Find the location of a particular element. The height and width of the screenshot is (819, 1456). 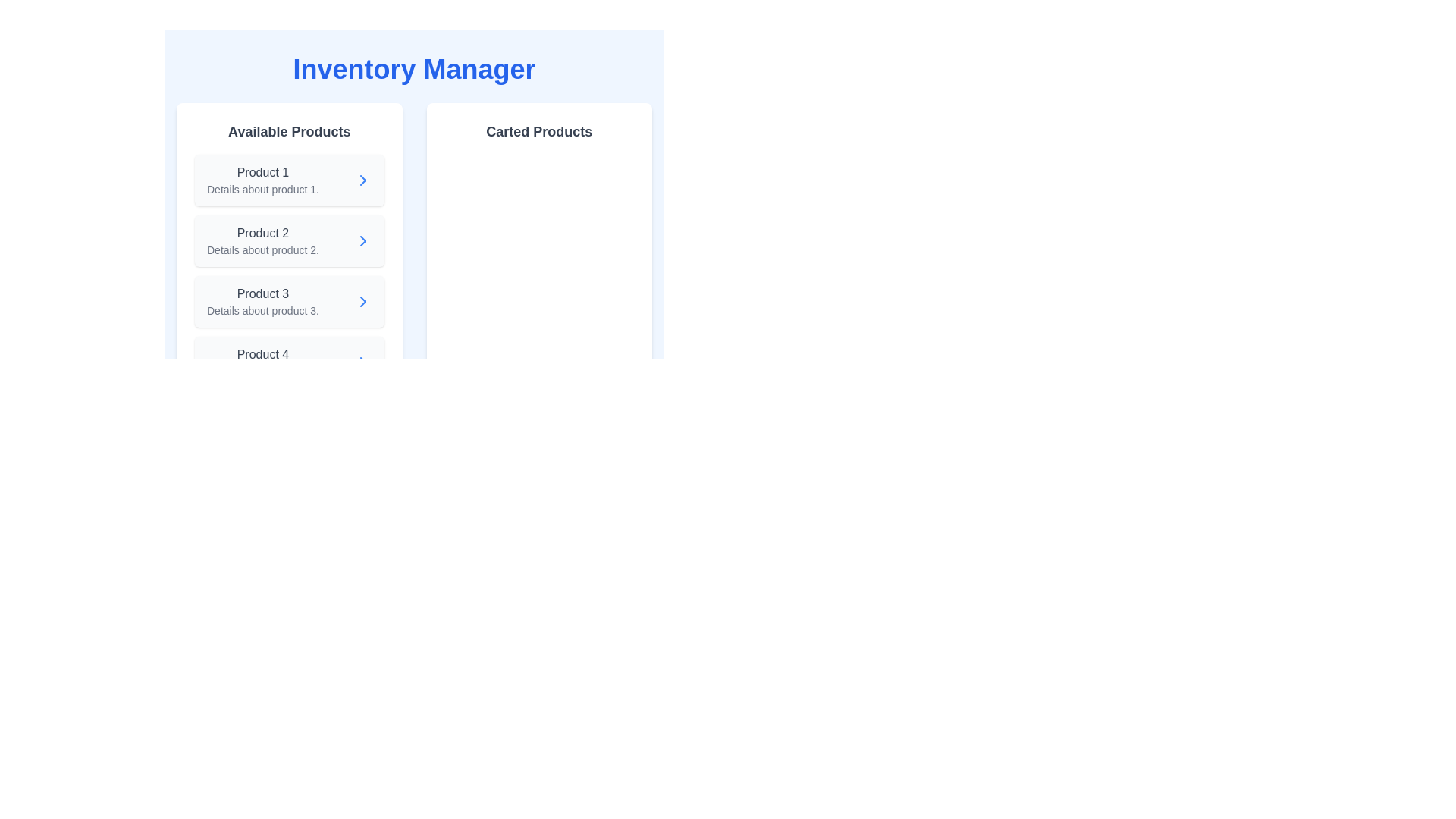

the text label displaying 'Product 2', which is styled in a medium-weight gray font and is the second product entry under 'Available Products' is located at coordinates (262, 234).